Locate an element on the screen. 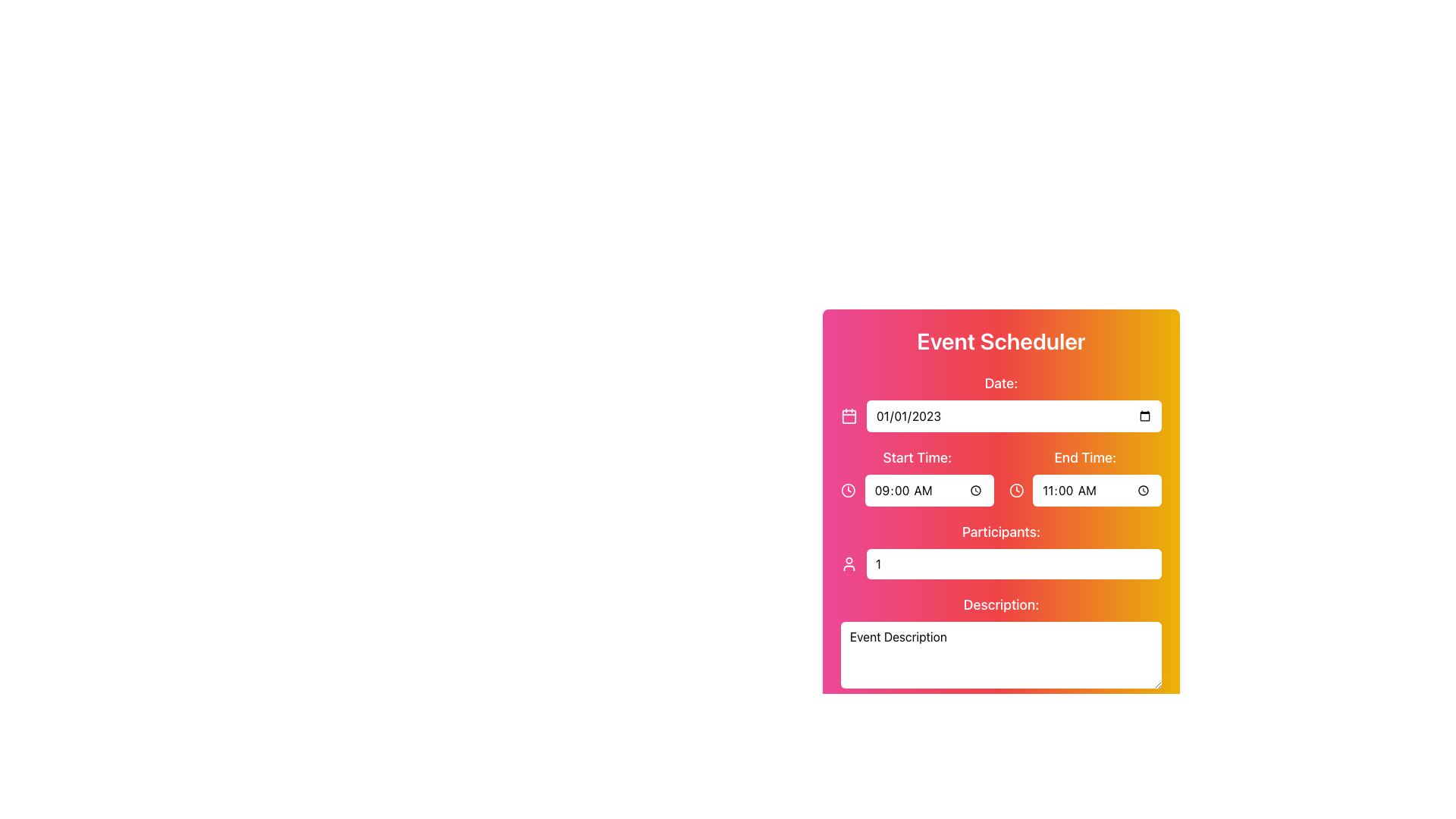 This screenshot has width=1456, height=819. the label displaying 'Date:' which is positioned above the date input field in the event scheduler interface is located at coordinates (1001, 402).